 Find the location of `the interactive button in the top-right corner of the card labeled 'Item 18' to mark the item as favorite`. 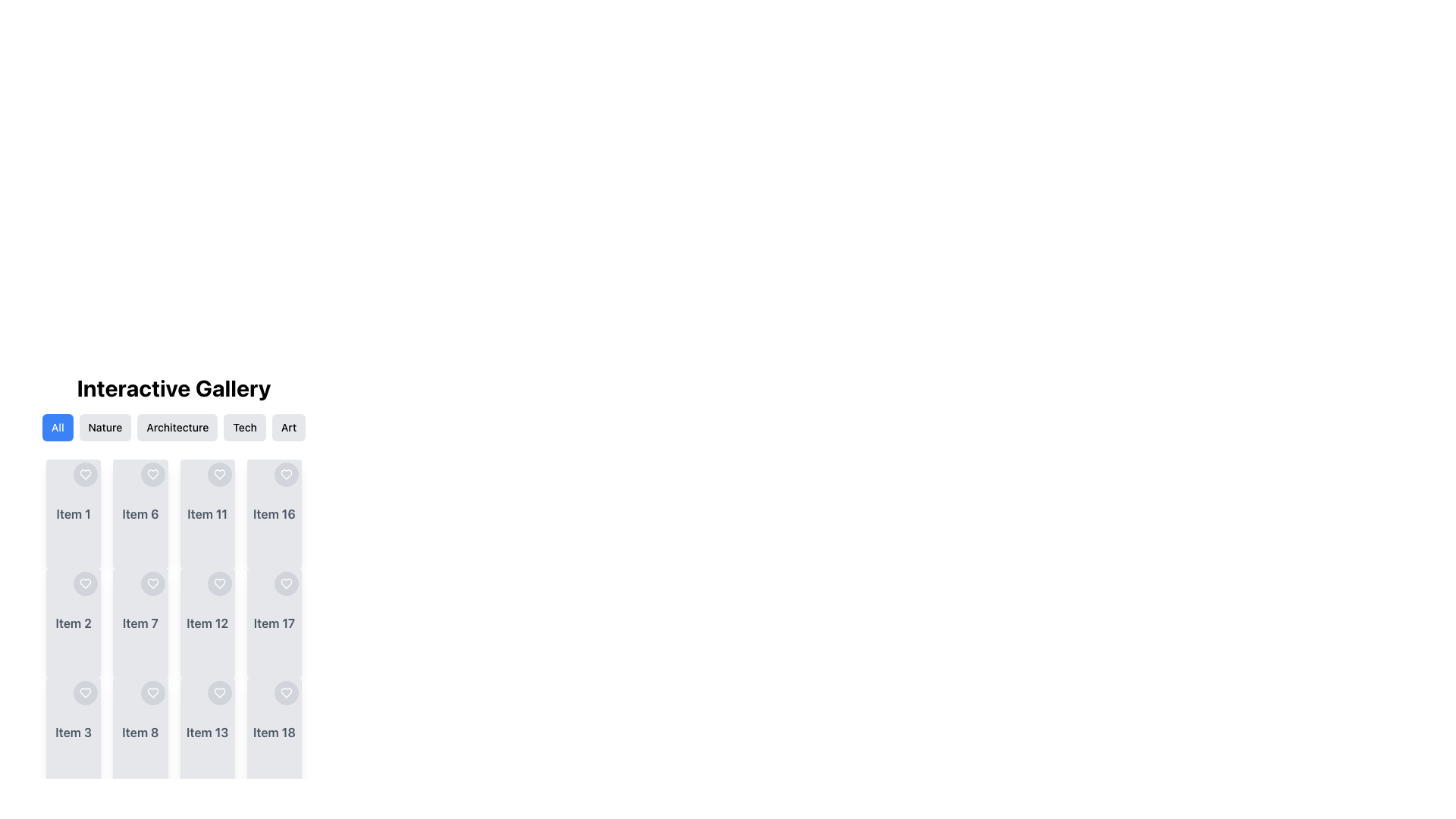

the interactive button in the top-right corner of the card labeled 'Item 18' to mark the item as favorite is located at coordinates (287, 693).